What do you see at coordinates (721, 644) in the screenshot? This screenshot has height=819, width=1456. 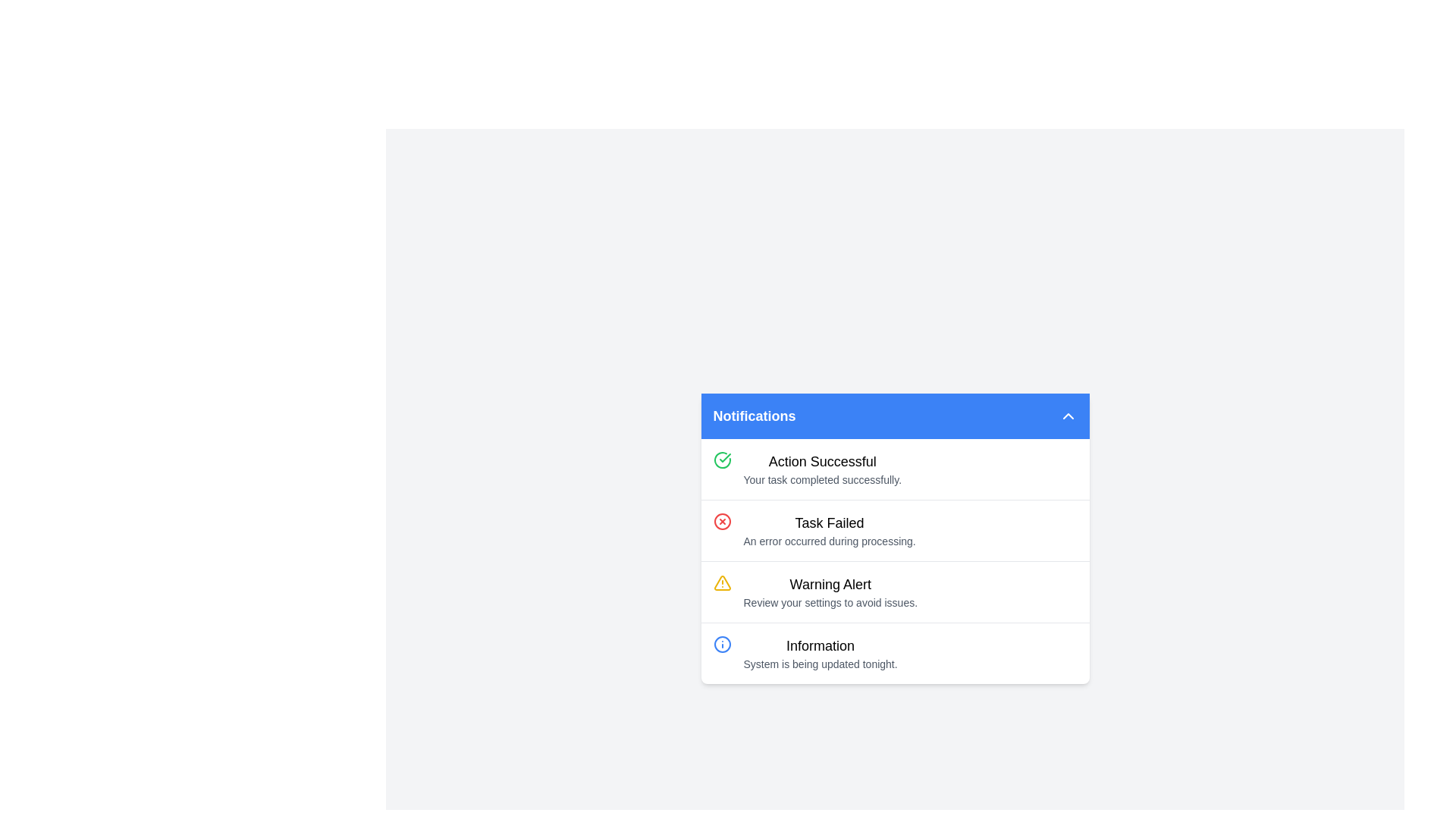 I see `the circular 'info' icon with a blue outline located to the left of the 'Information' text in the notification list` at bounding box center [721, 644].